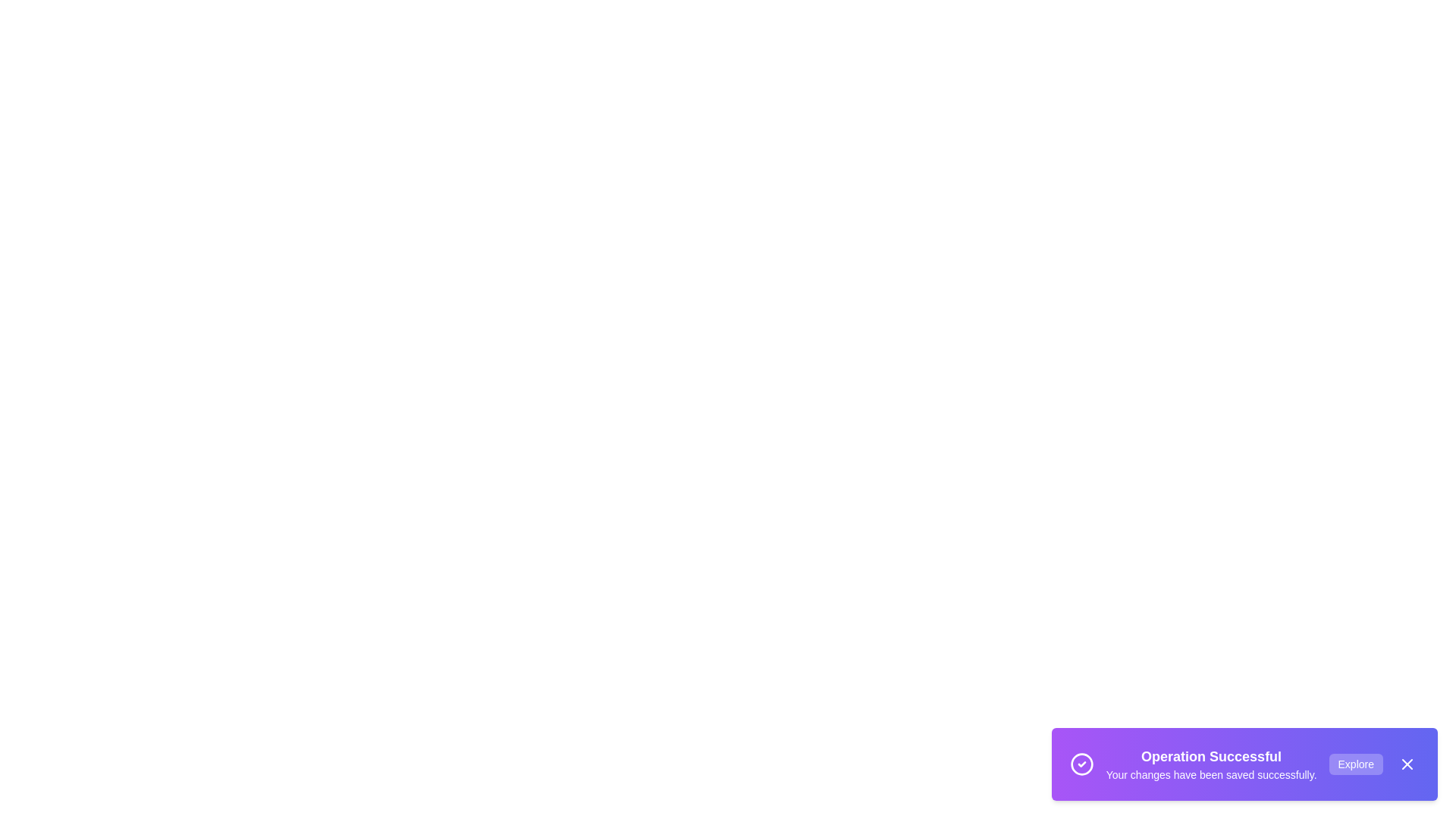  What do you see at coordinates (1081, 764) in the screenshot?
I see `the icon to visually inspect its context` at bounding box center [1081, 764].